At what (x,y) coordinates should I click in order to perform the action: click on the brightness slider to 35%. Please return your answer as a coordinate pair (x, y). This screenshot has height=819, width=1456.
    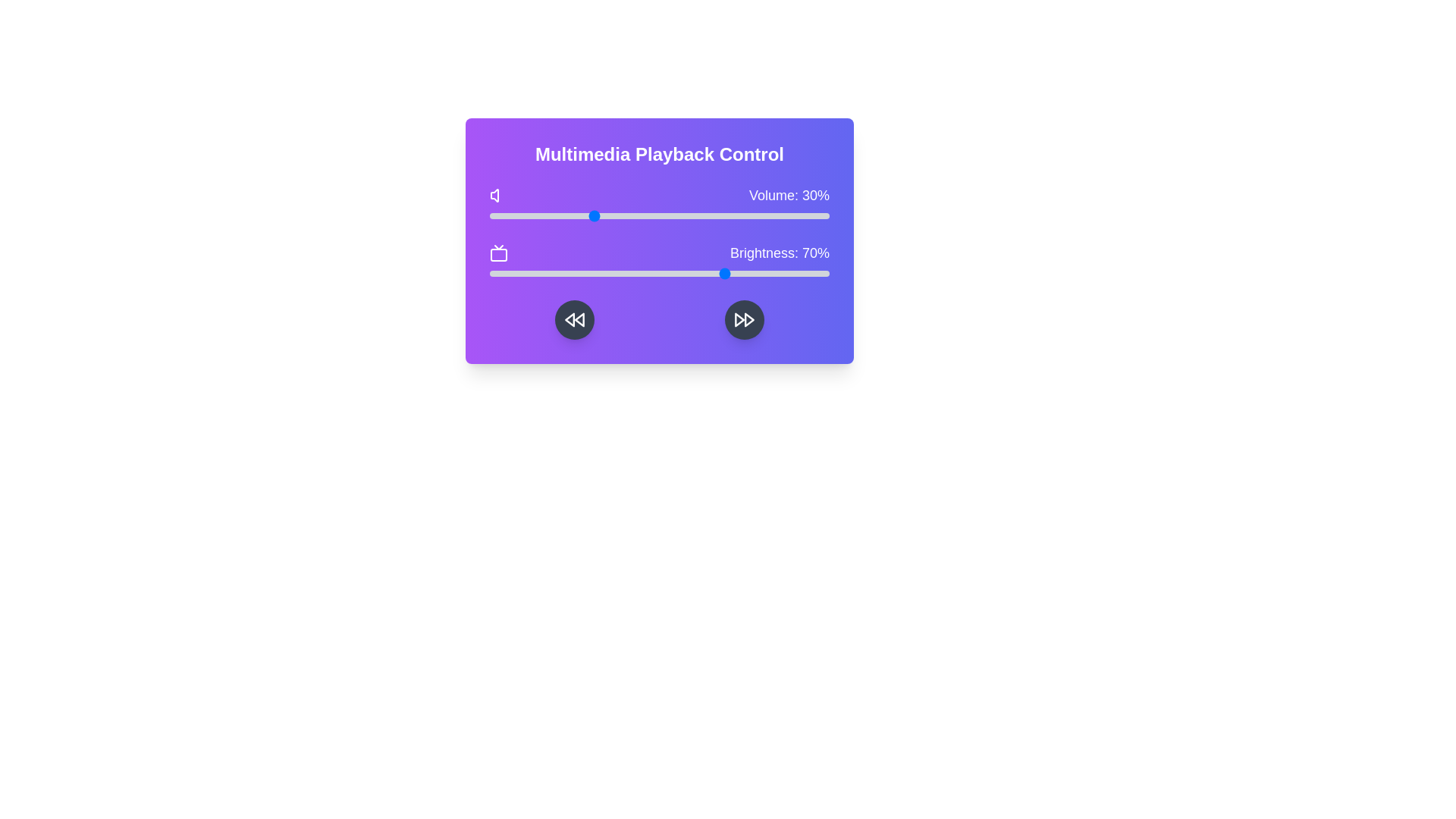
    Looking at the image, I should click on (608, 274).